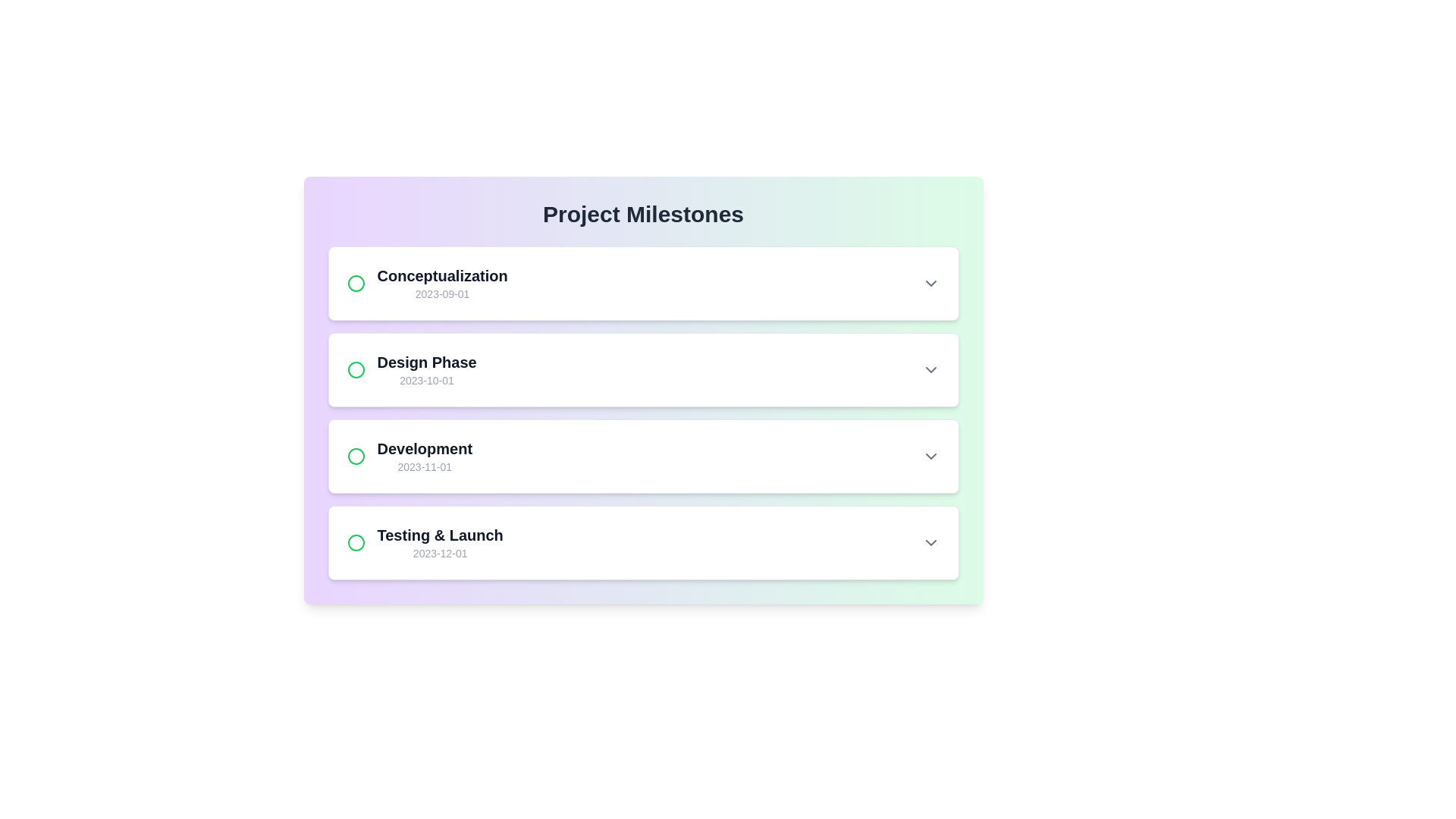 Image resolution: width=1456 pixels, height=819 pixels. I want to click on the circular visual indicator with a prominent green border located in the 'Design Phase' milestone section of the project milestones interface, so click(355, 370).